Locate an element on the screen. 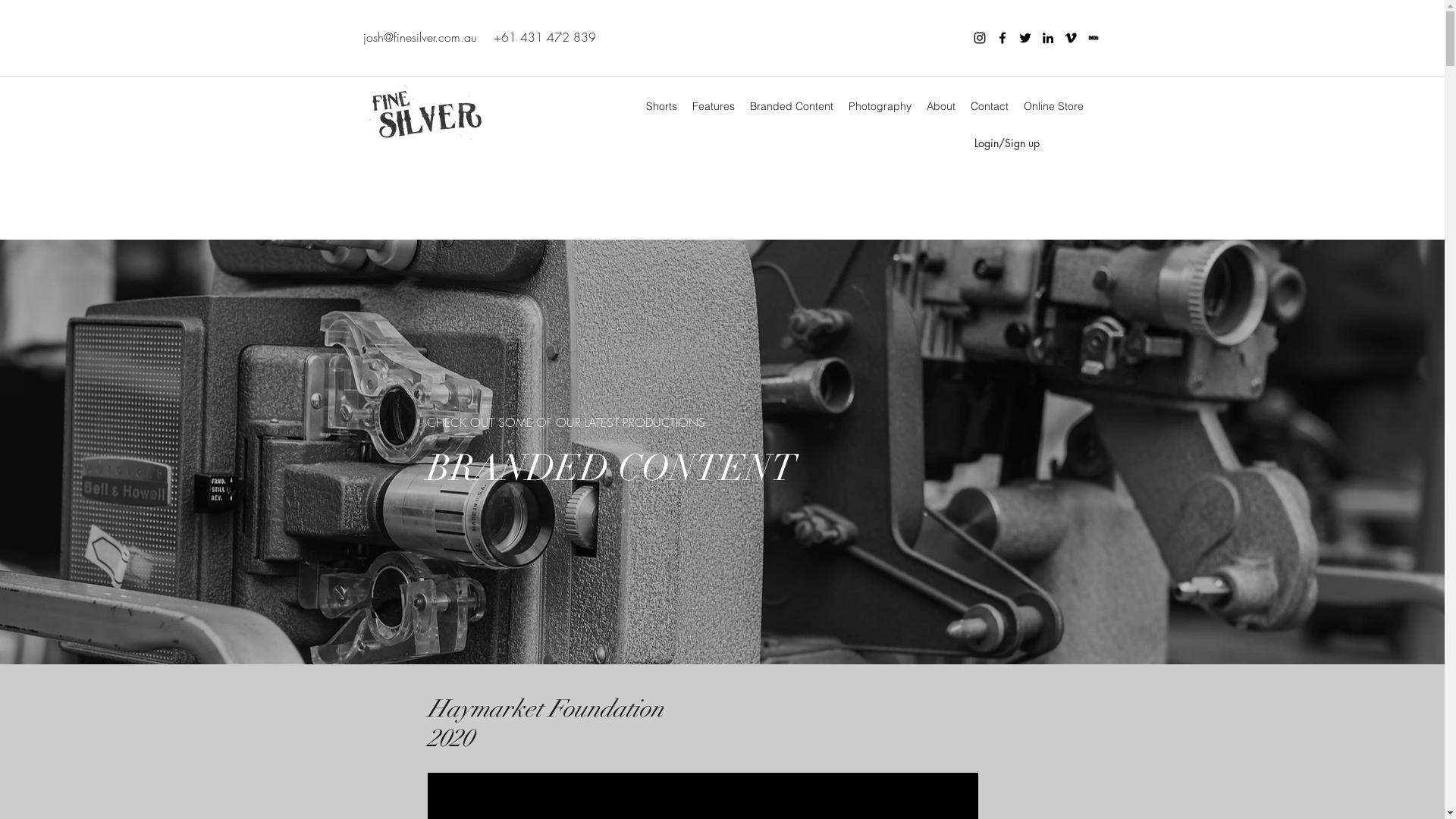 This screenshot has height=819, width=1456. 'Login/Sign up' is located at coordinates (1006, 143).